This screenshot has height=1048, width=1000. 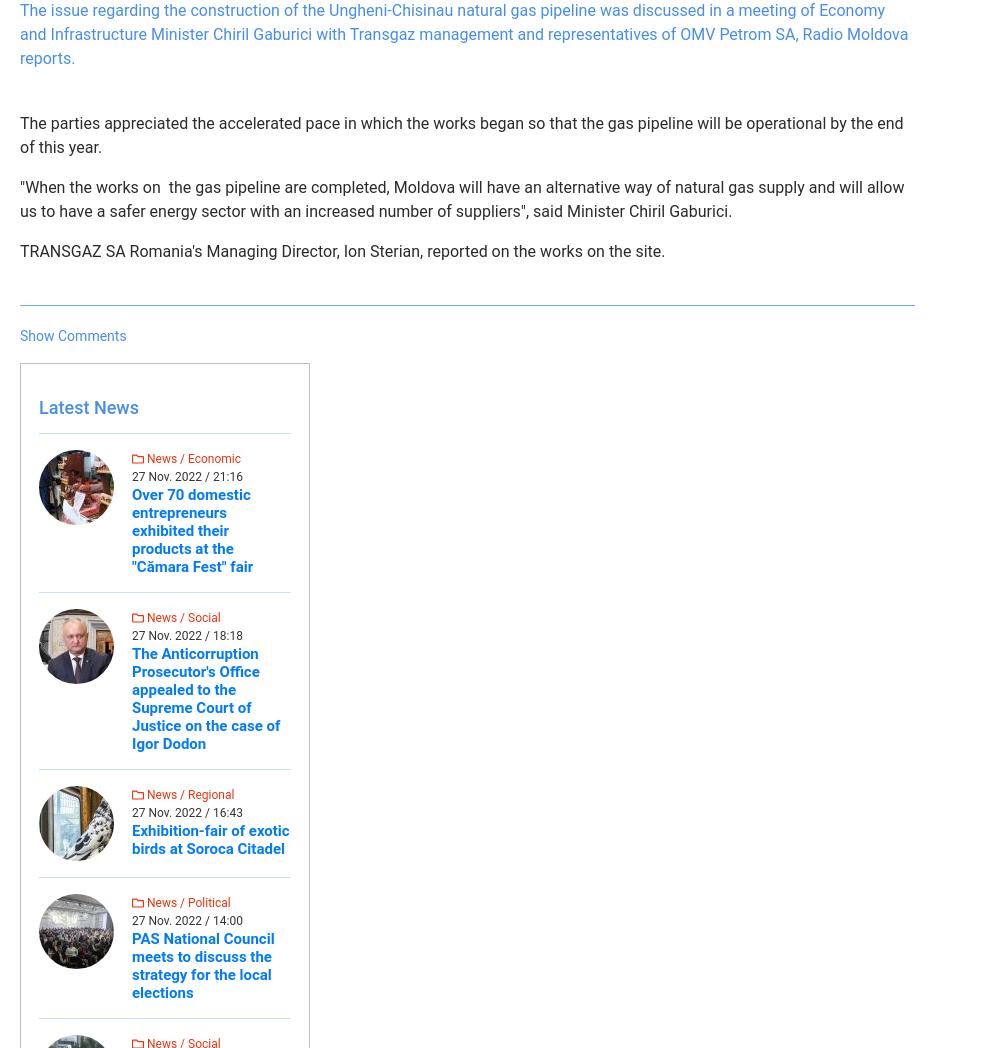 I want to click on '"When the works on  the gas pipeline are completed, Moldova will have an alternative way of natural gas supply and will allow us to have a safer energy sector with an increased number of suppliers", said Minister Chiril Gaburici.', so click(x=461, y=197).